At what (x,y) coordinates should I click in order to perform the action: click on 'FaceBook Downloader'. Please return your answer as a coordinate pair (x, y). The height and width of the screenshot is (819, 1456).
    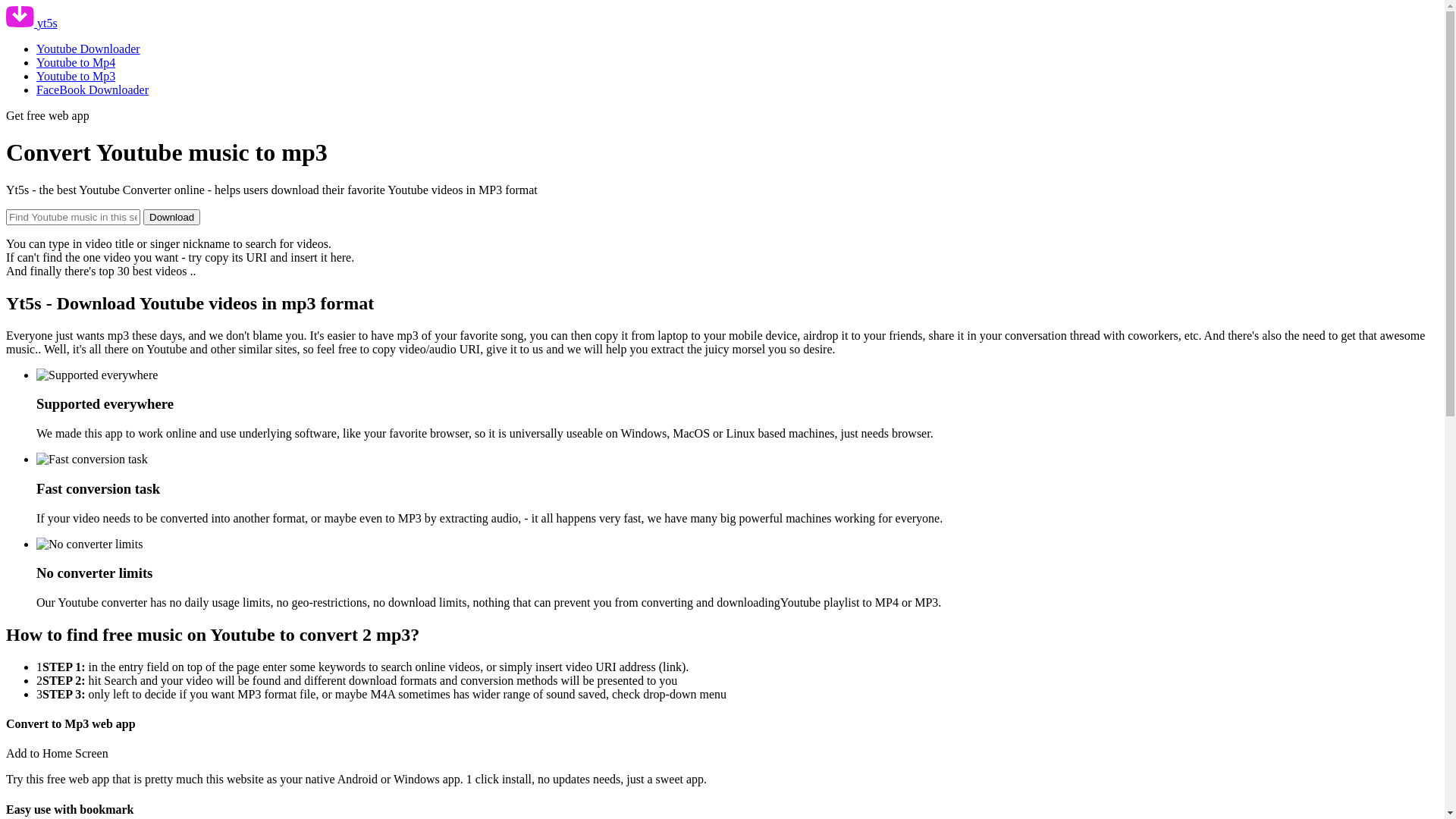
    Looking at the image, I should click on (91, 89).